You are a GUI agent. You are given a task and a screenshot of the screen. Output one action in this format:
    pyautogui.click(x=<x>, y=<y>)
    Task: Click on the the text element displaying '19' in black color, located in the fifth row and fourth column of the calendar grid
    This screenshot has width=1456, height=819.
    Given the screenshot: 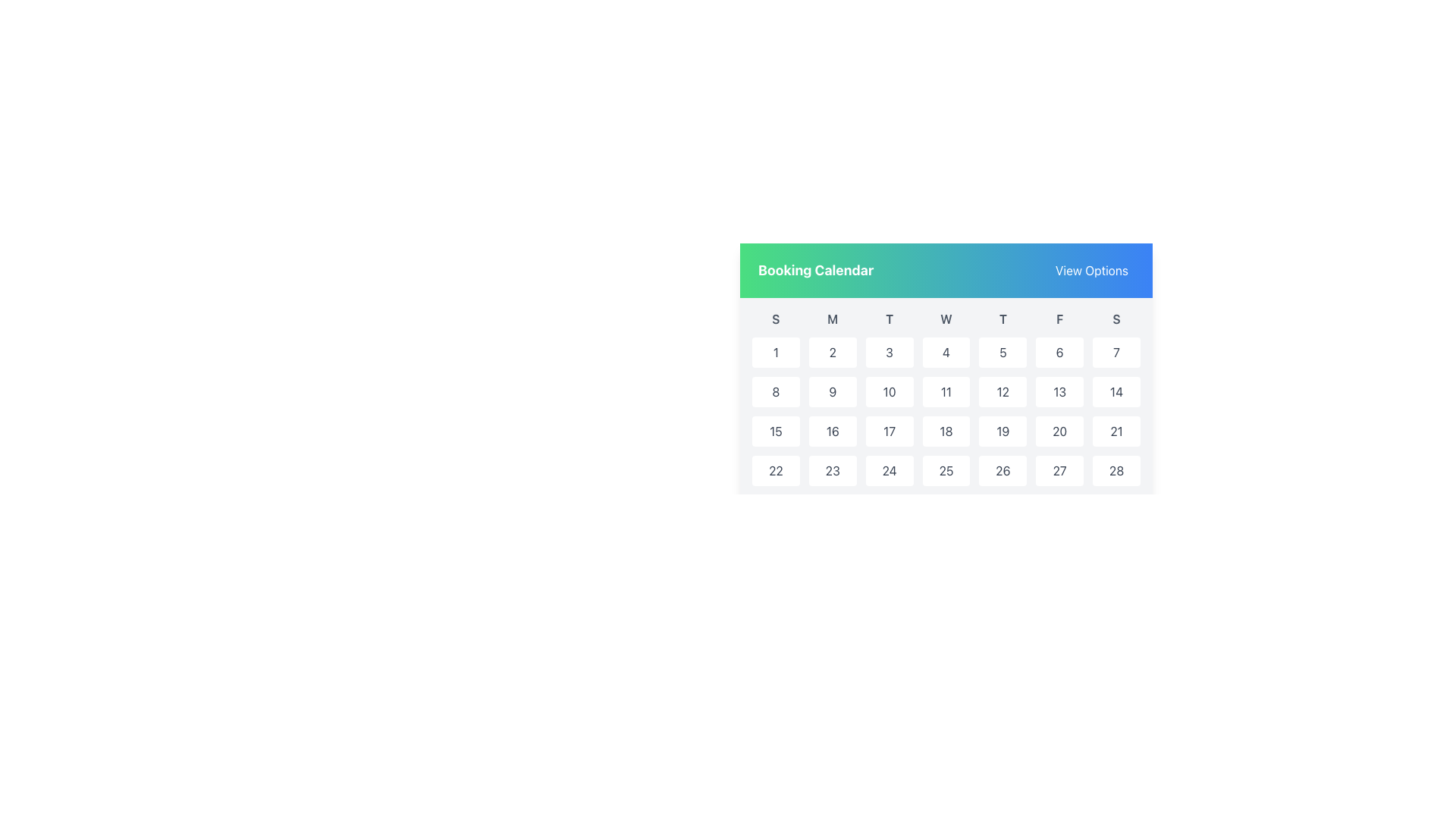 What is the action you would take?
    pyautogui.click(x=1002, y=431)
    